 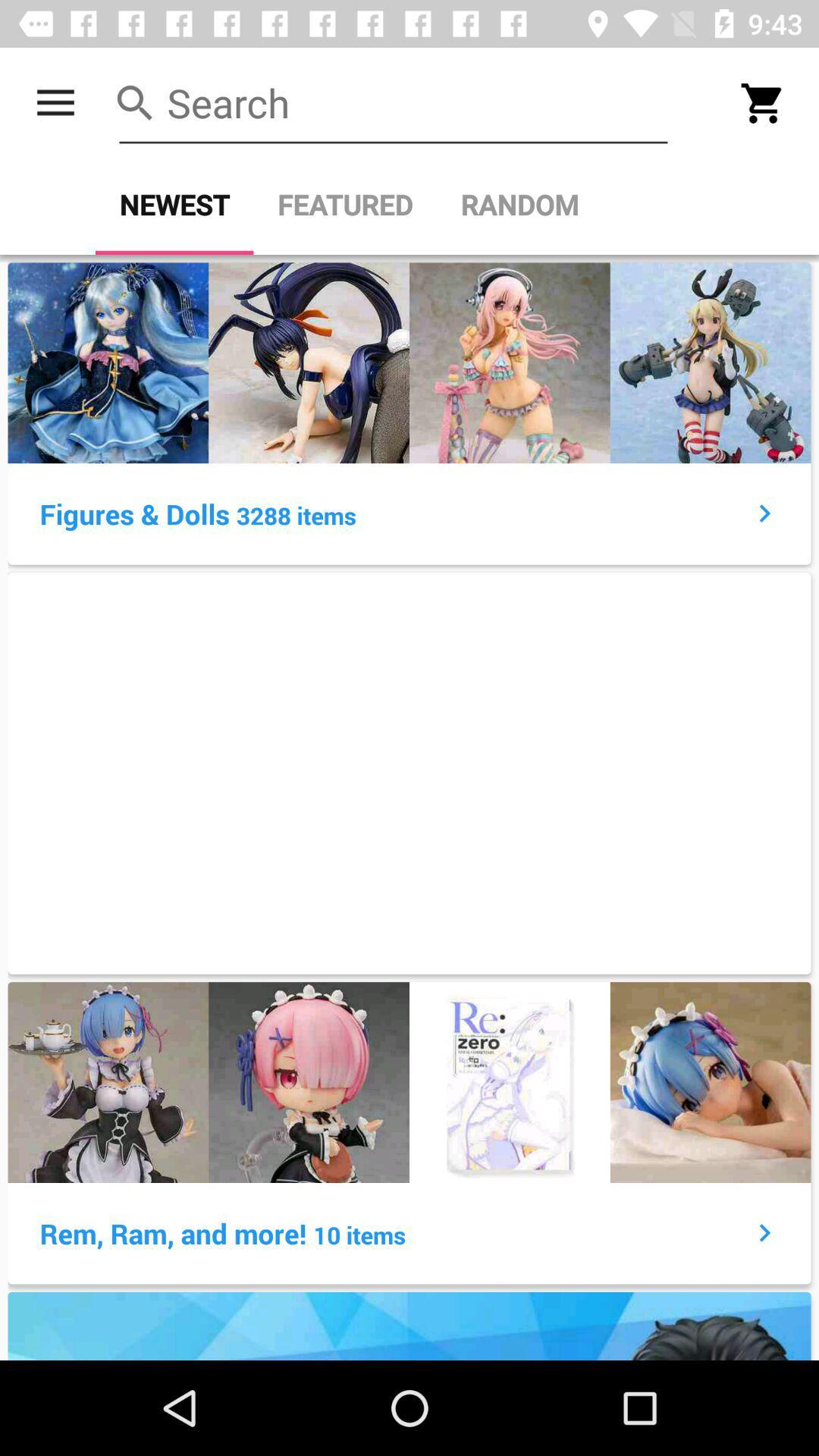 What do you see at coordinates (345, 204) in the screenshot?
I see `the featured icon` at bounding box center [345, 204].